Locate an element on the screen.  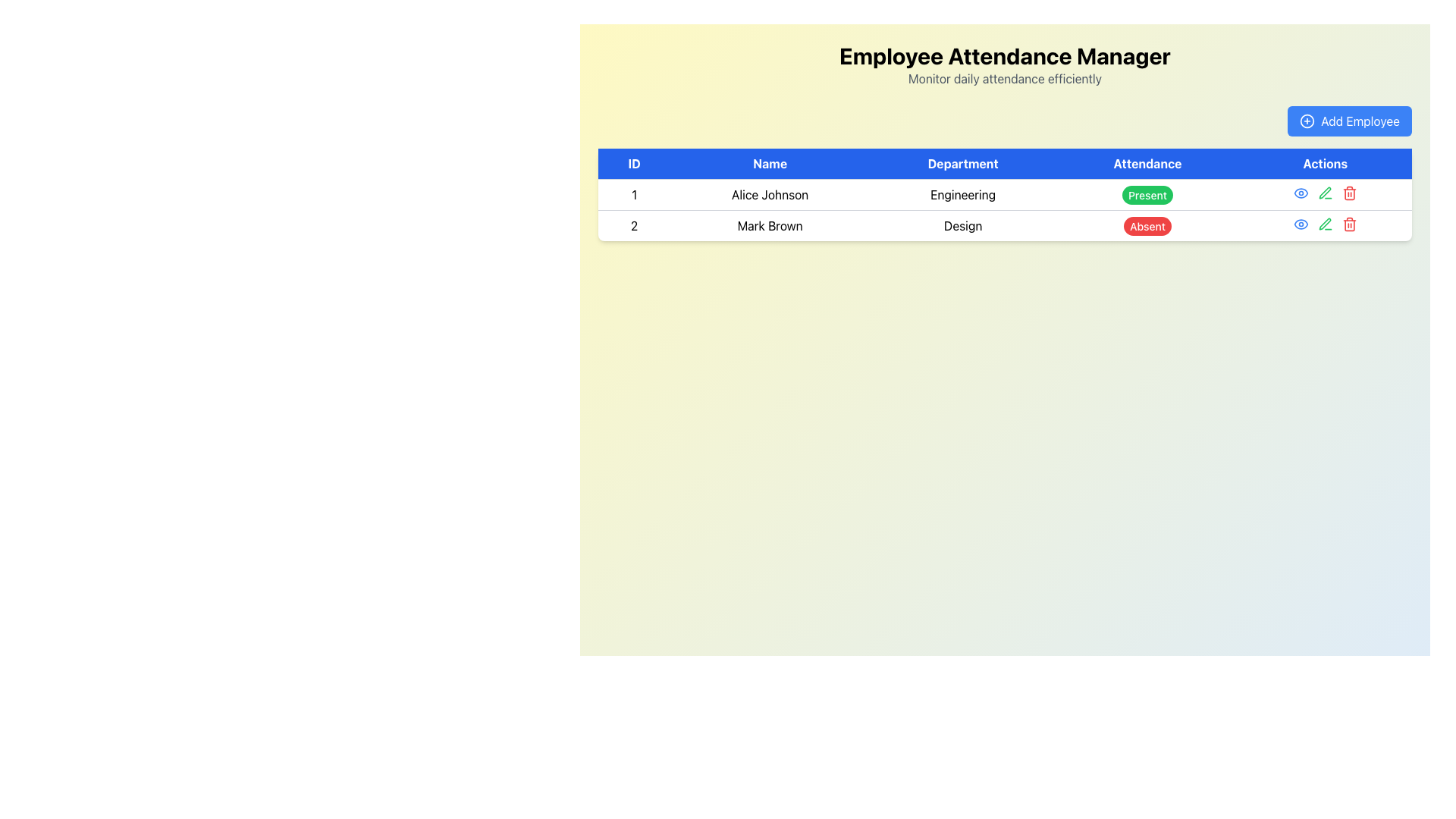
the 'Present' button indicating the attendance status for Alice Johnson, located in the fourth column of the first data row, between the 'Engineering' and 'Actions' cells is located at coordinates (1147, 194).